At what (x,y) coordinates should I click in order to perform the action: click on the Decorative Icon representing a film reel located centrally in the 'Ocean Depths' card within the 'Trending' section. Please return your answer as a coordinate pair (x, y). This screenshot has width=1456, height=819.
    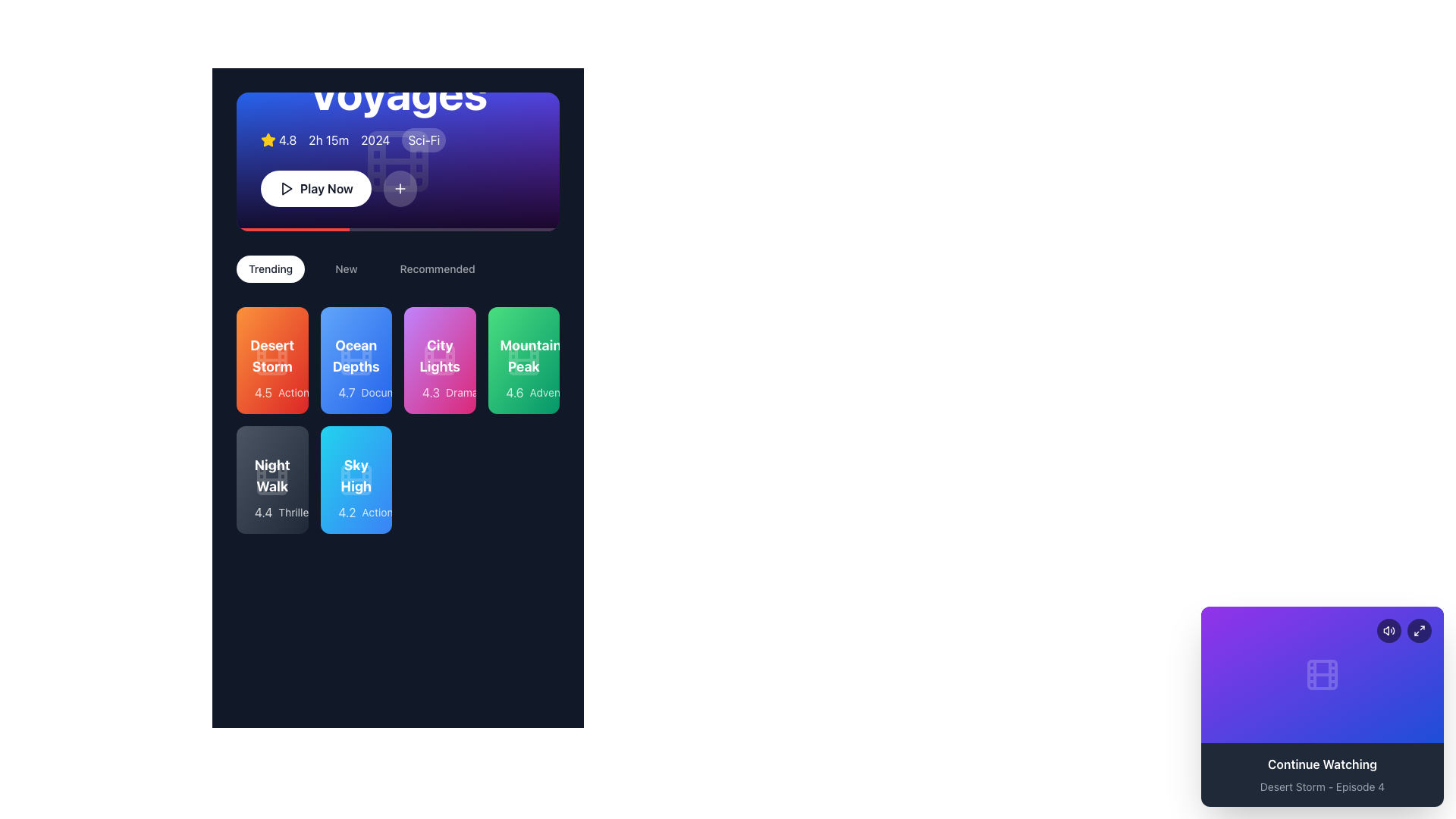
    Looking at the image, I should click on (355, 360).